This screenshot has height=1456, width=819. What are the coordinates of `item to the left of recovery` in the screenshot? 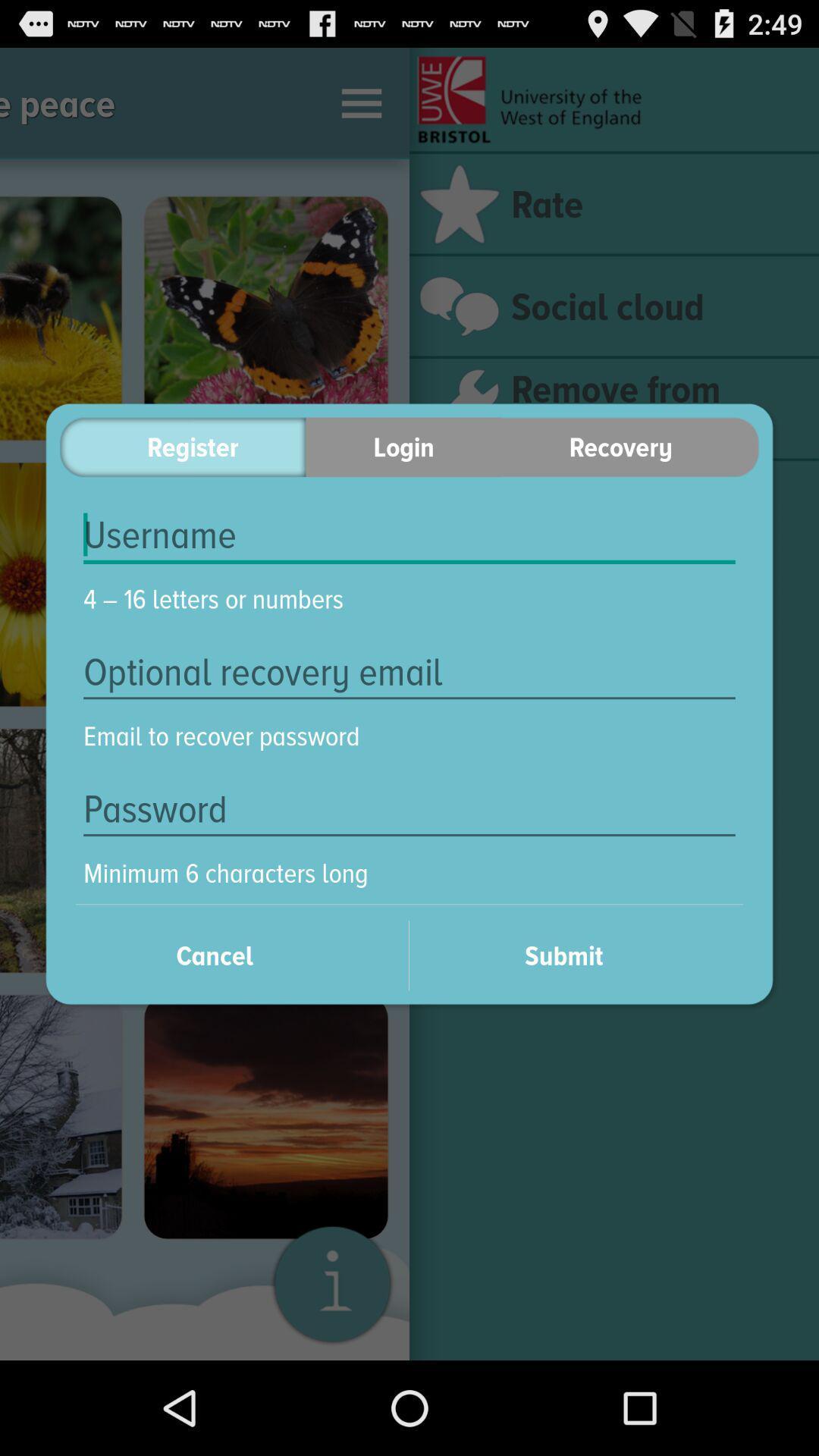 It's located at (403, 446).